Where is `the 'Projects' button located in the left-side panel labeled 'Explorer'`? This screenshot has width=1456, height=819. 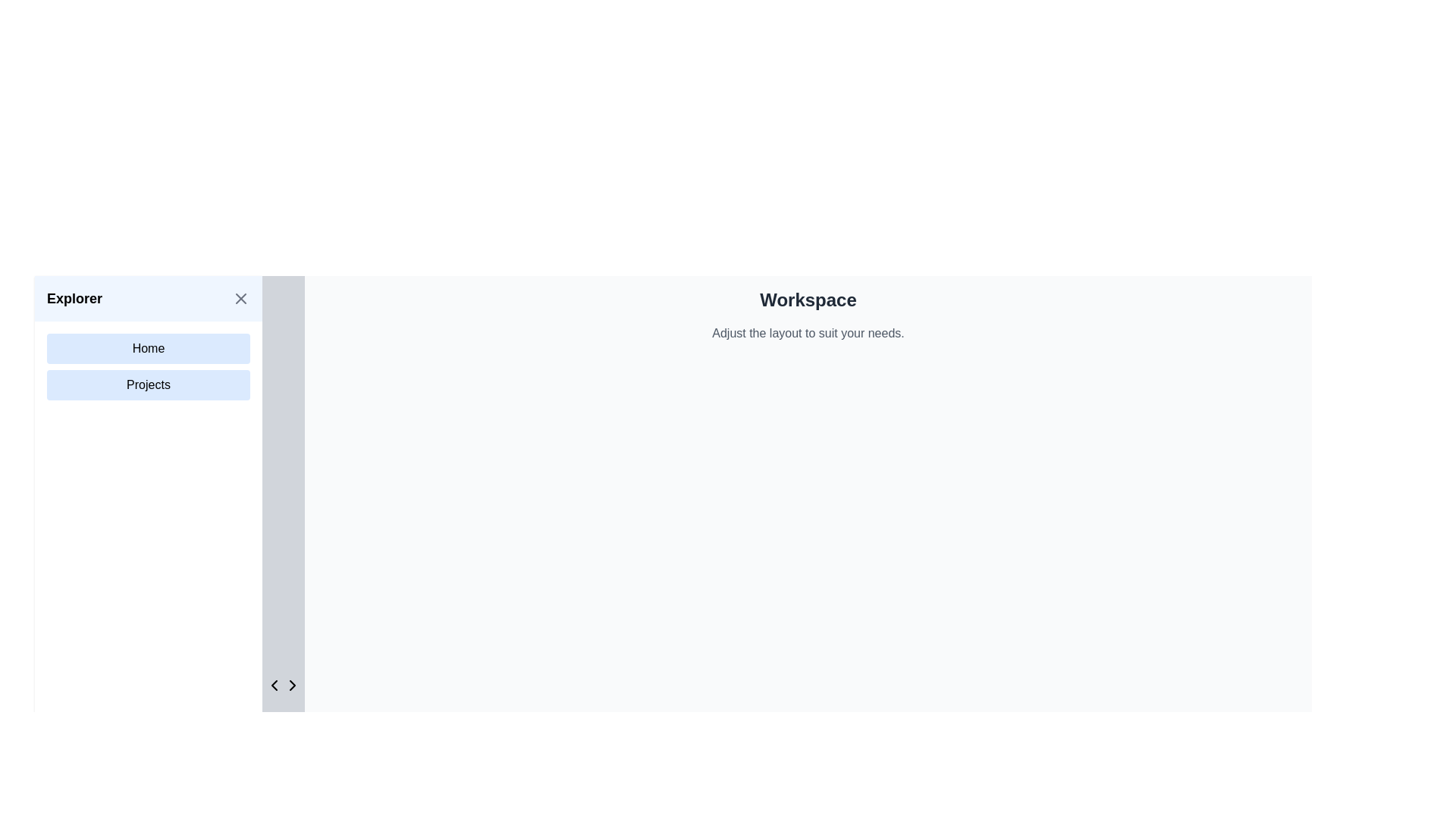
the 'Projects' button located in the left-side panel labeled 'Explorer' is located at coordinates (149, 384).